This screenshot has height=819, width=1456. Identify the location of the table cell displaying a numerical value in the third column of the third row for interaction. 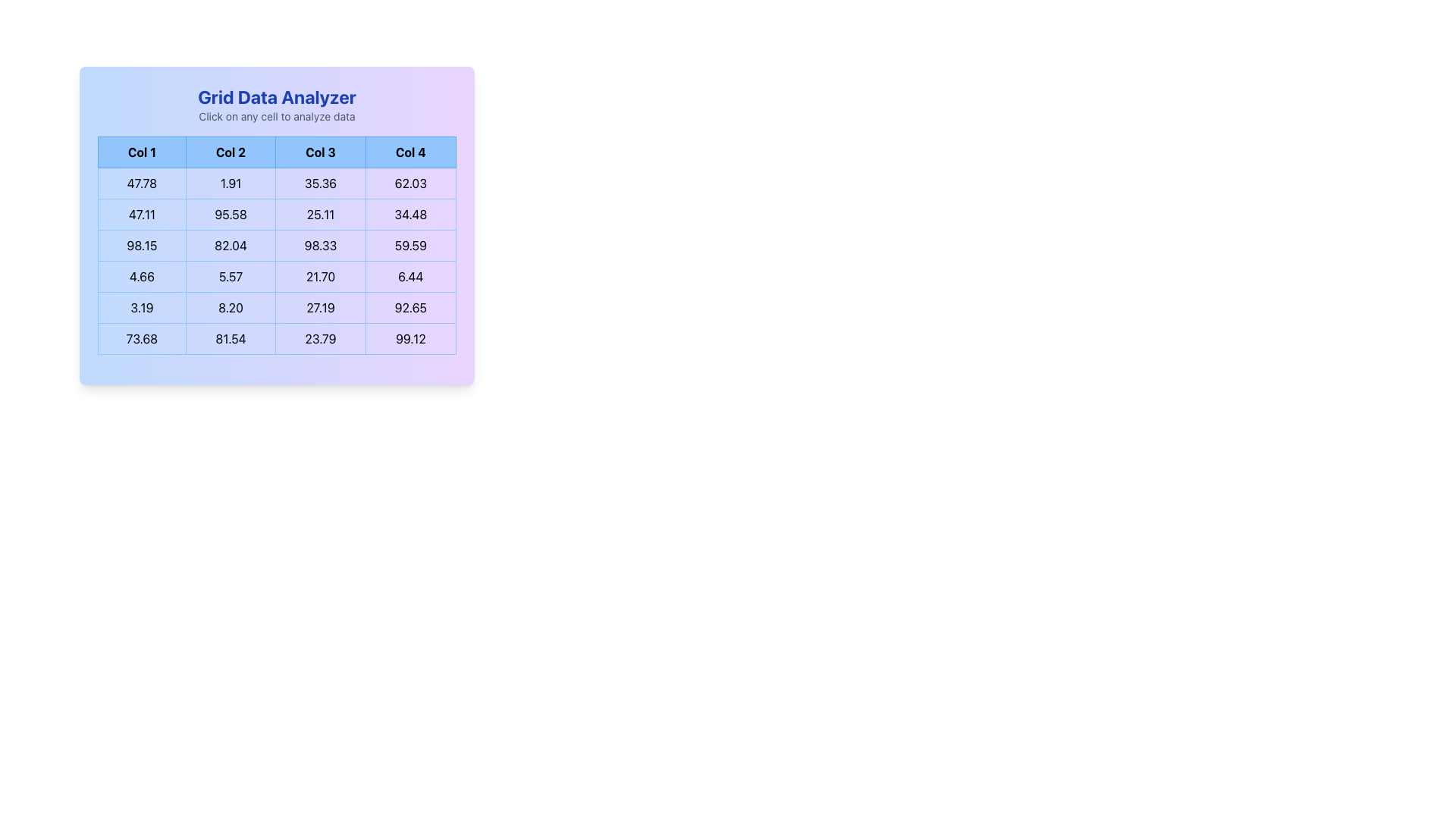
(319, 277).